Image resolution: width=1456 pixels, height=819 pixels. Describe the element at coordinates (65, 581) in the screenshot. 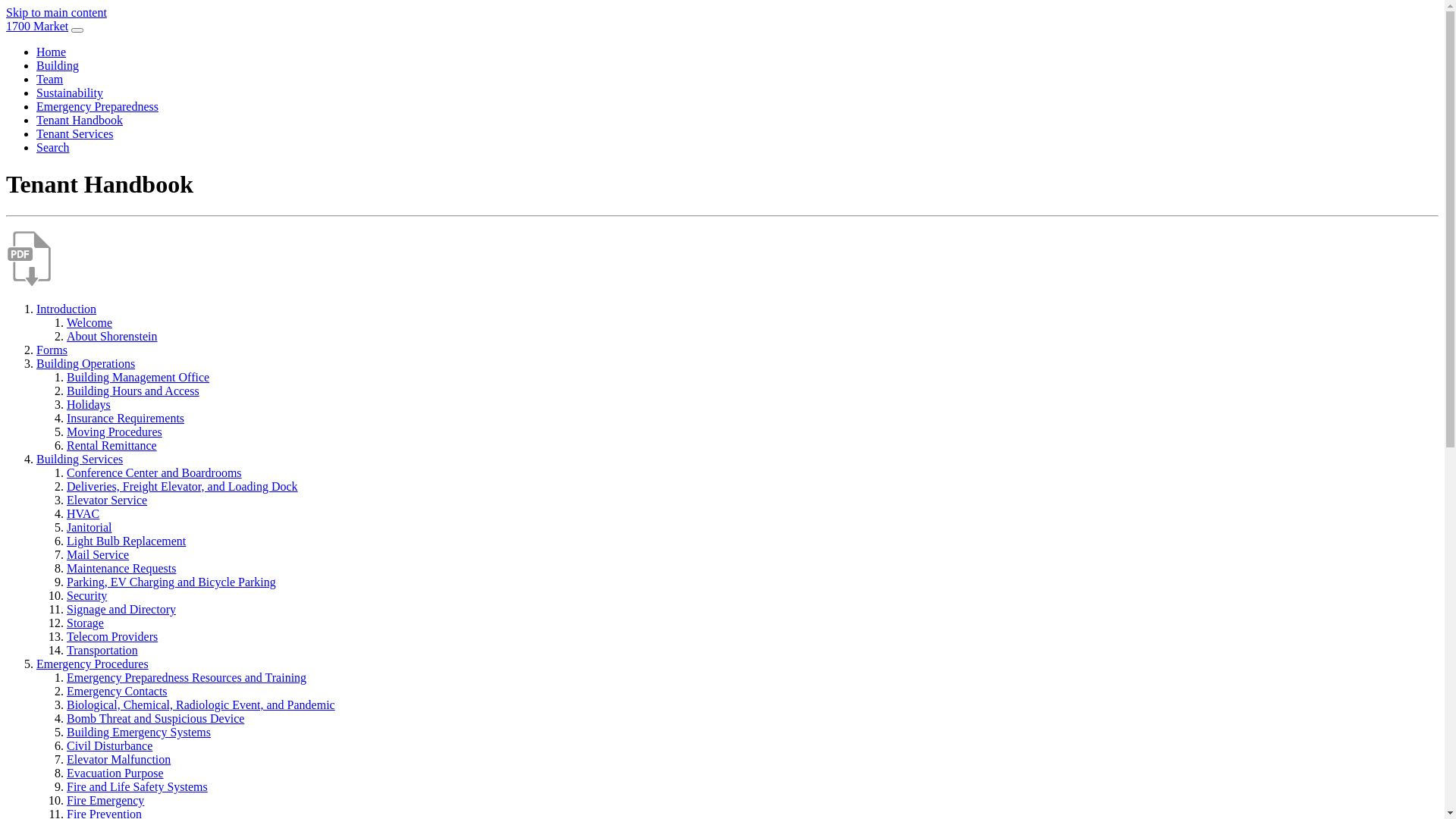

I see `'Parking, EV Charging and Bicycle Parking'` at that location.